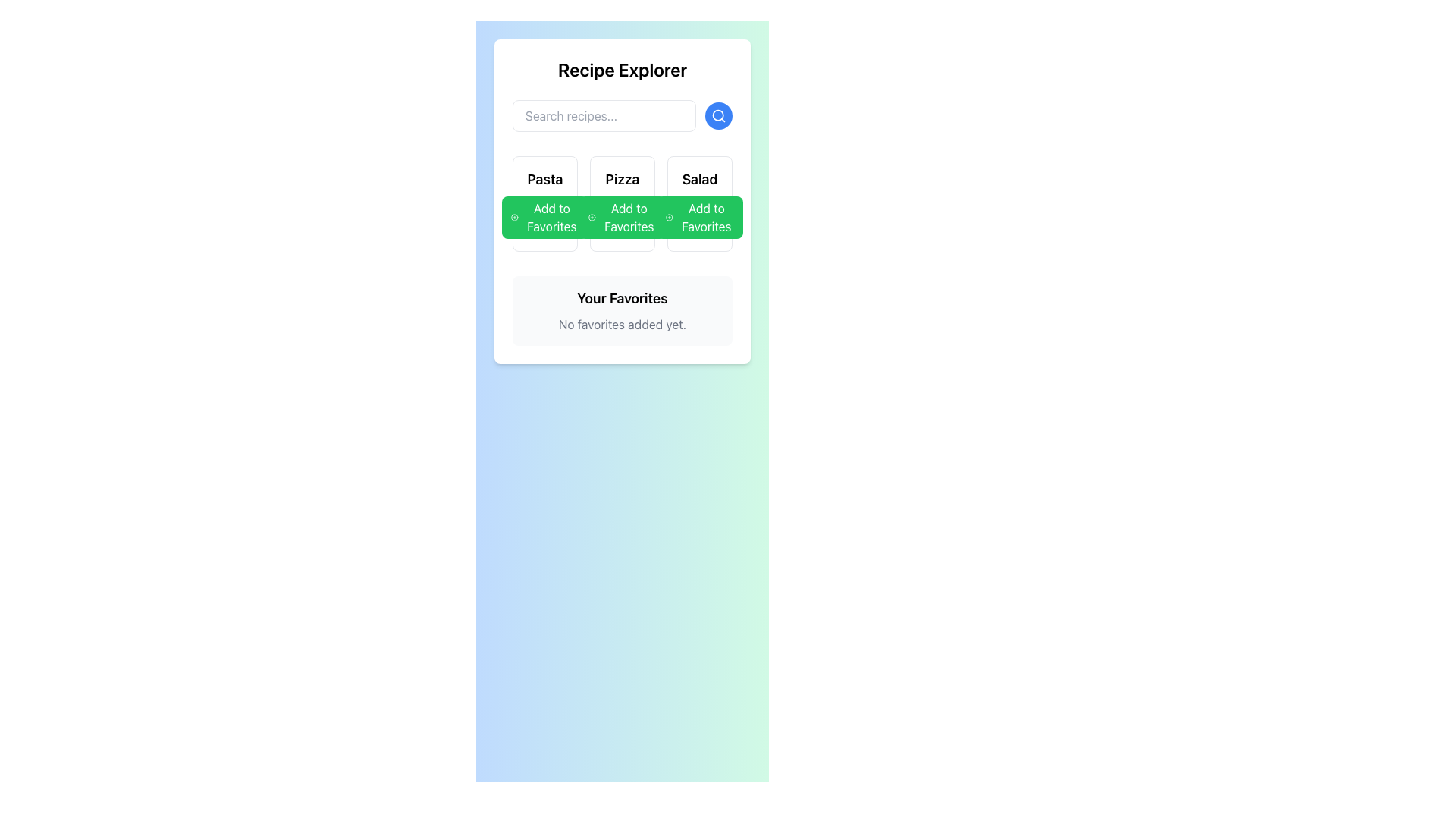  What do you see at coordinates (698, 203) in the screenshot?
I see `the third button beneath the title 'Salad'` at bounding box center [698, 203].